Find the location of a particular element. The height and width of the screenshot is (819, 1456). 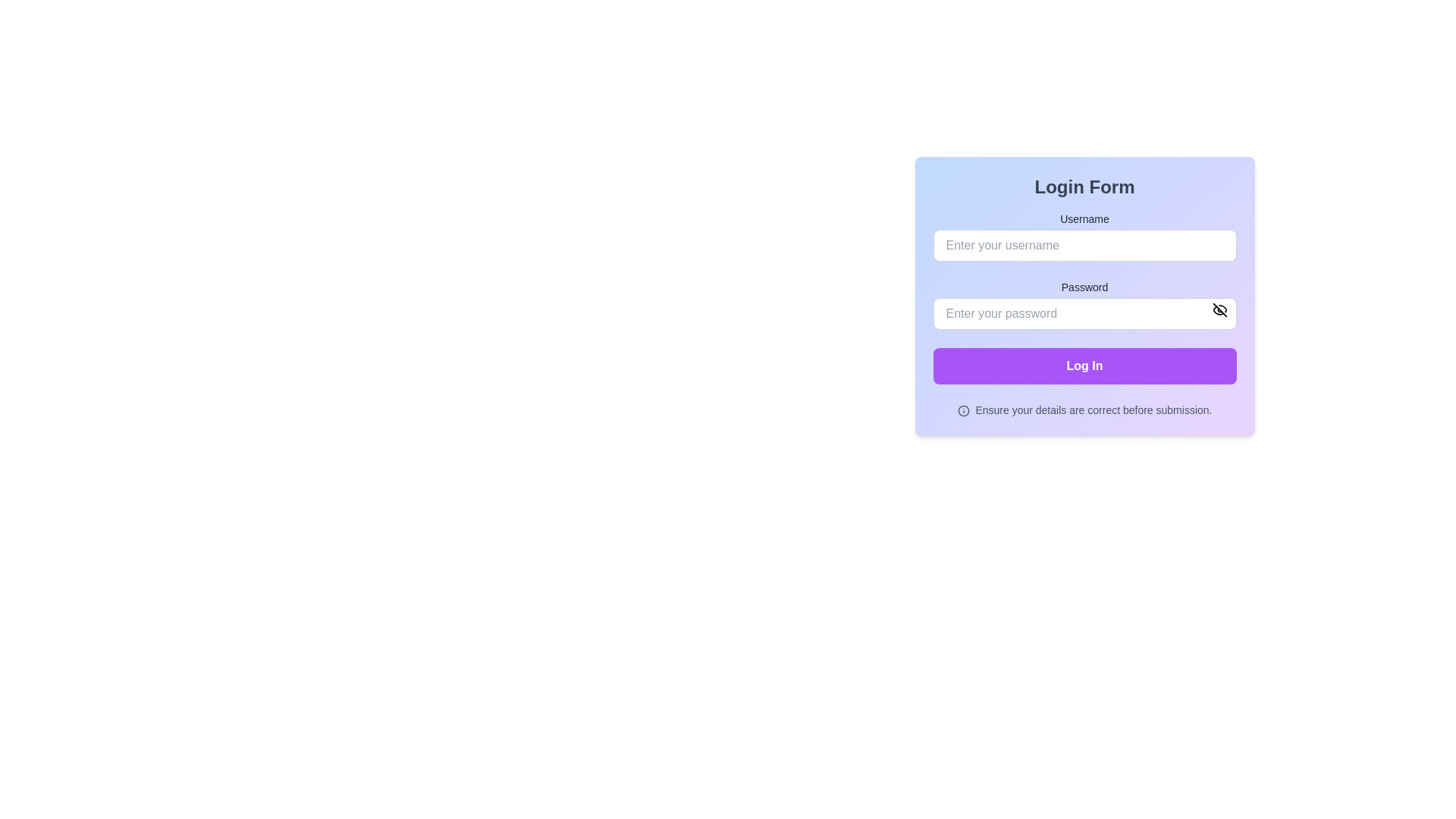

the submission button located centrally at the bottom of the form panel is located at coordinates (1084, 366).